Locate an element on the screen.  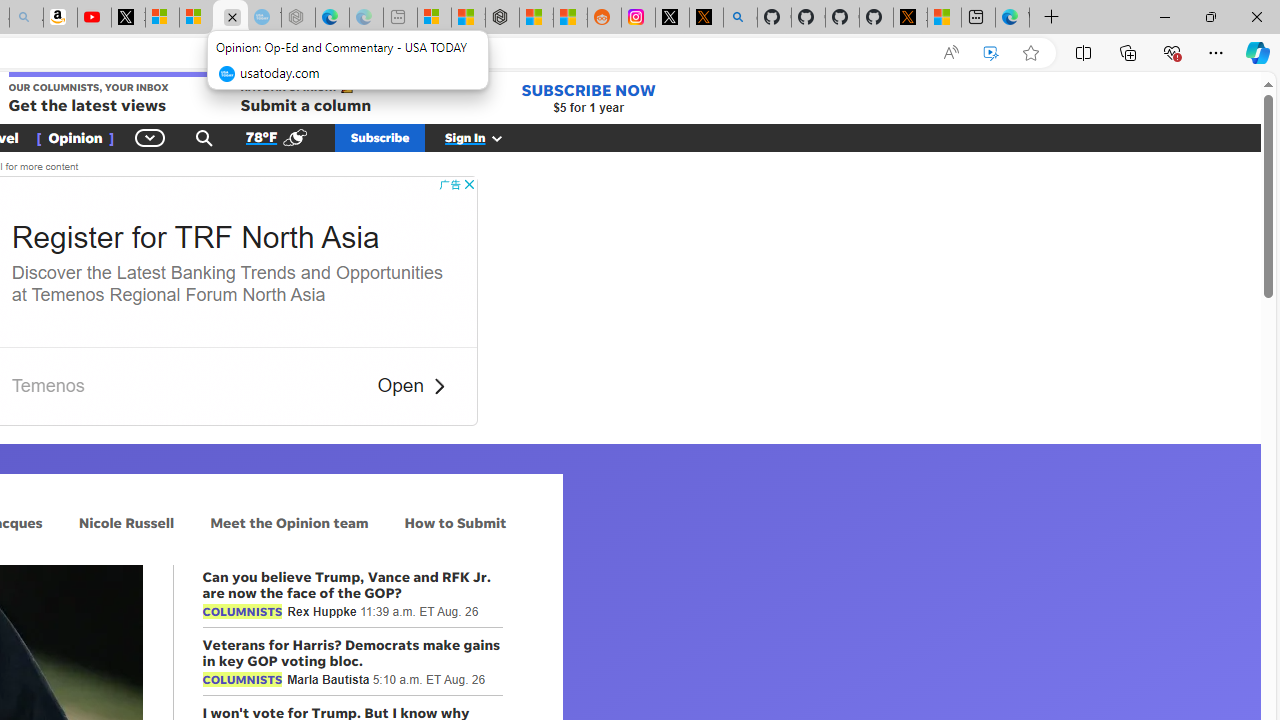
'Nordace - Duffels' is located at coordinates (502, 17).